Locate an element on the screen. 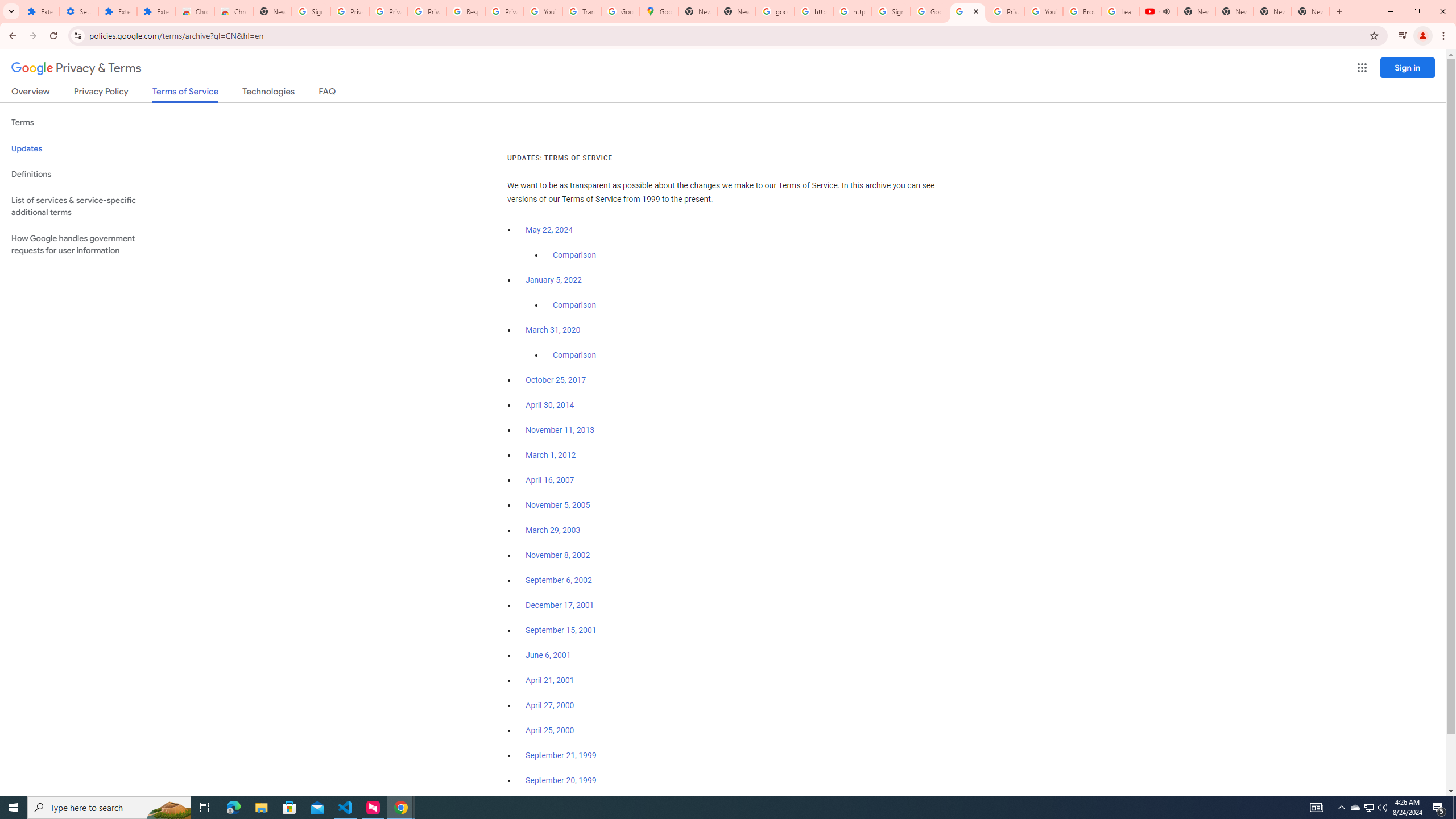 The height and width of the screenshot is (819, 1456). 'https://scholar.google.com/' is located at coordinates (813, 11).